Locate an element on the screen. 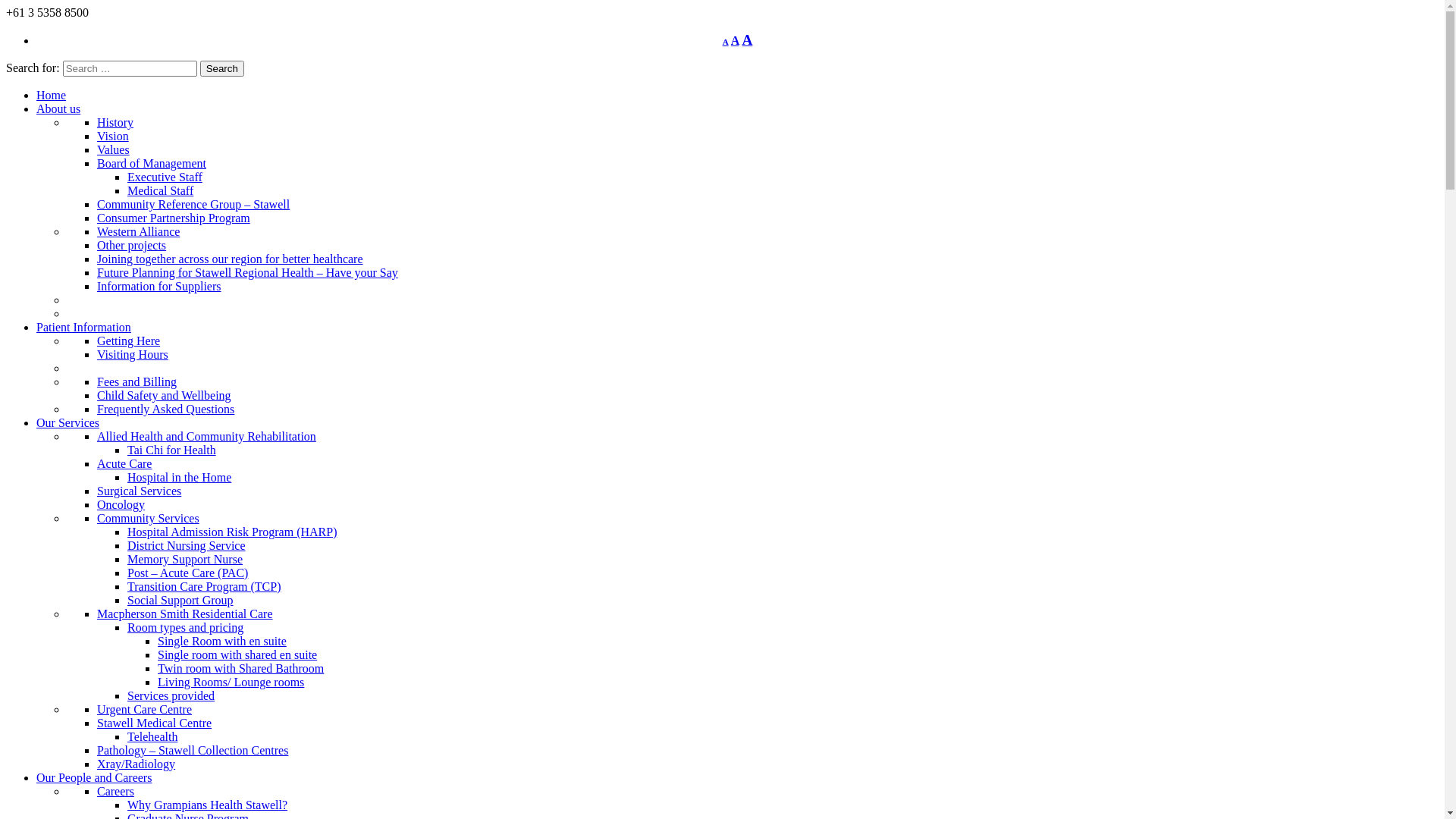 This screenshot has width=1456, height=819. 'Fees and Billing' is located at coordinates (136, 381).